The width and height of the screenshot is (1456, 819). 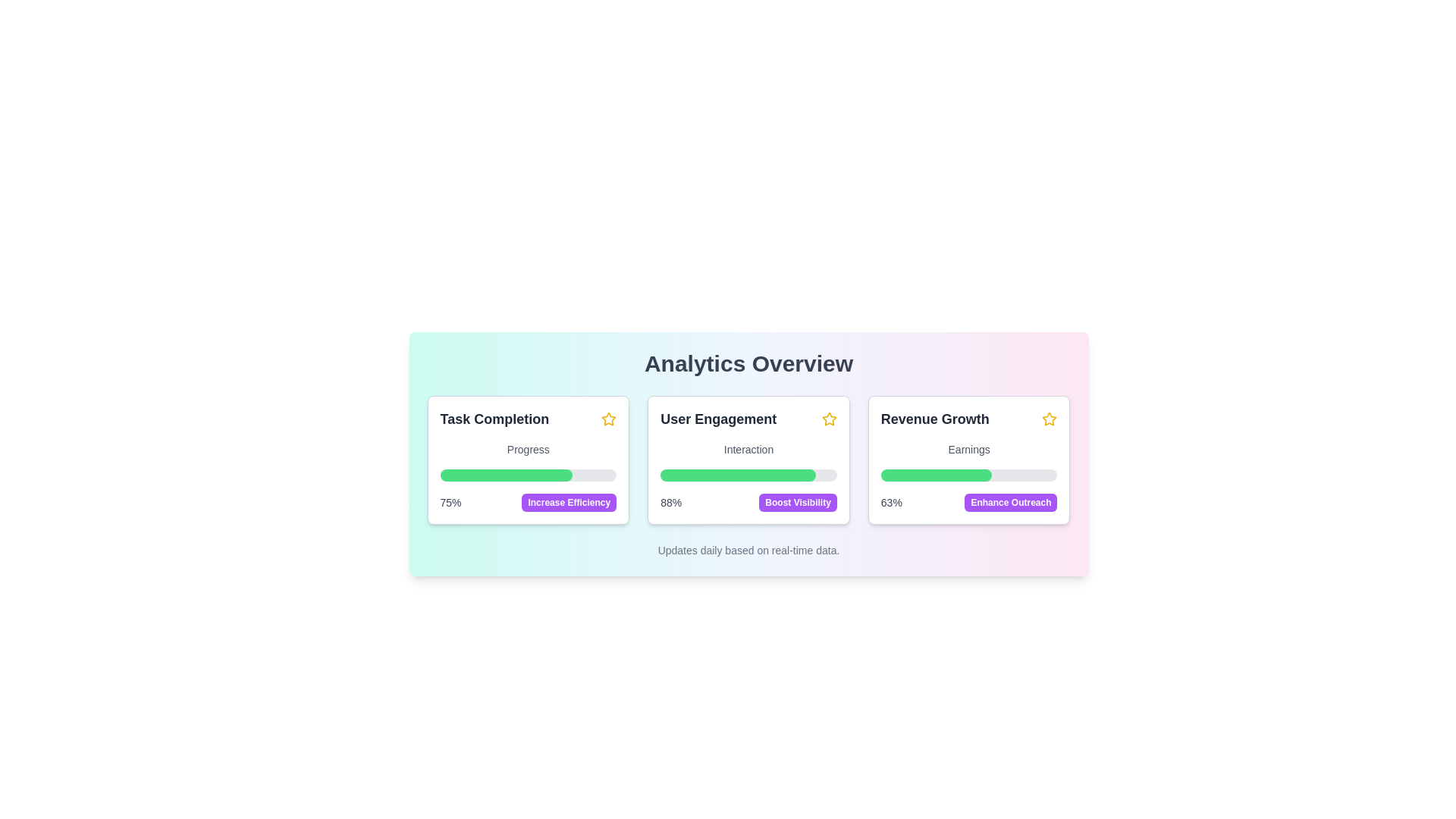 What do you see at coordinates (968, 419) in the screenshot?
I see `the label for 'Revenue Growth' located in the top-right section of its card, adjacent to a star icon` at bounding box center [968, 419].